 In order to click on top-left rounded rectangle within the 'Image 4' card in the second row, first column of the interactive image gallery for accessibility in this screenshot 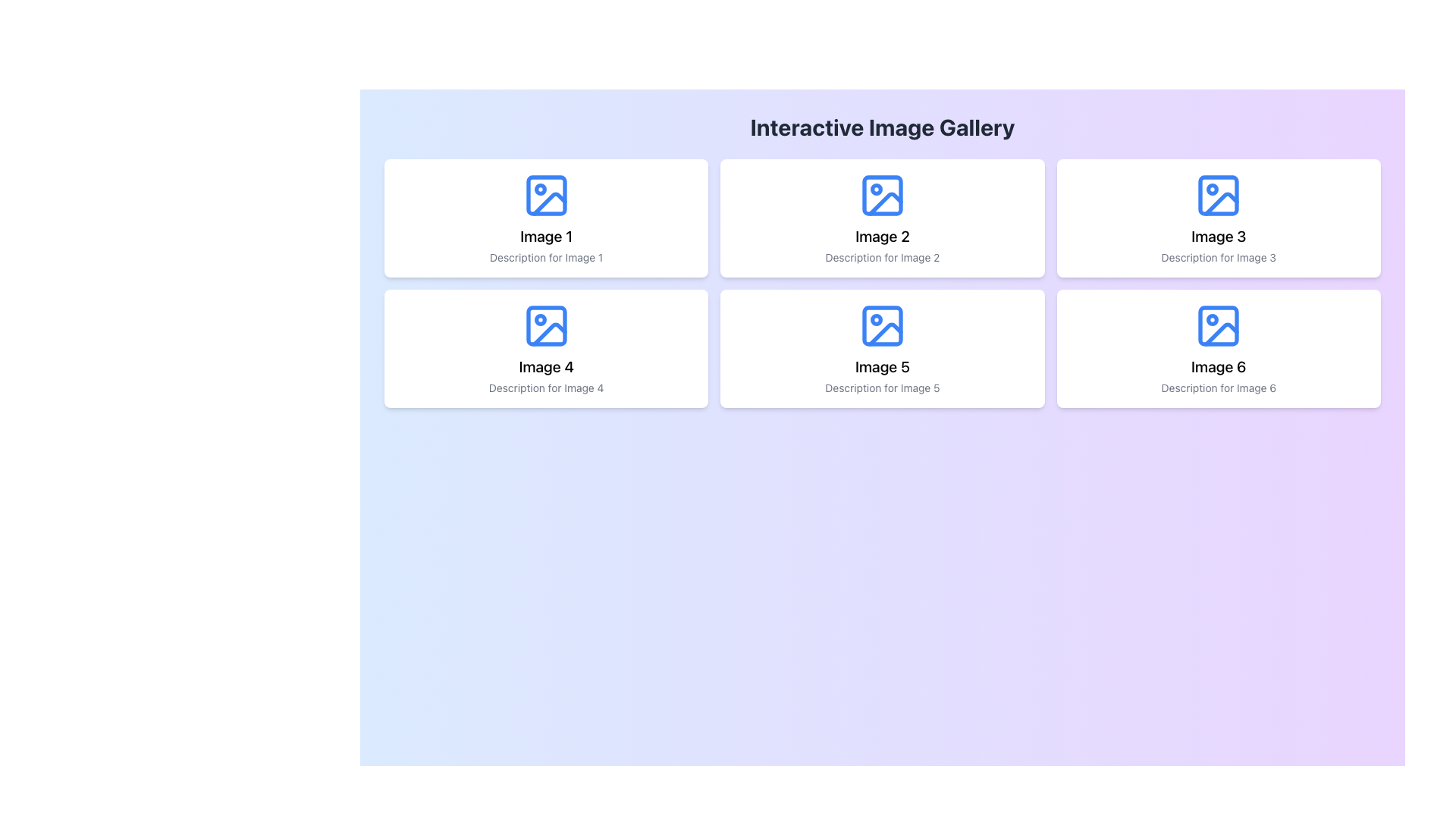, I will do `click(546, 325)`.